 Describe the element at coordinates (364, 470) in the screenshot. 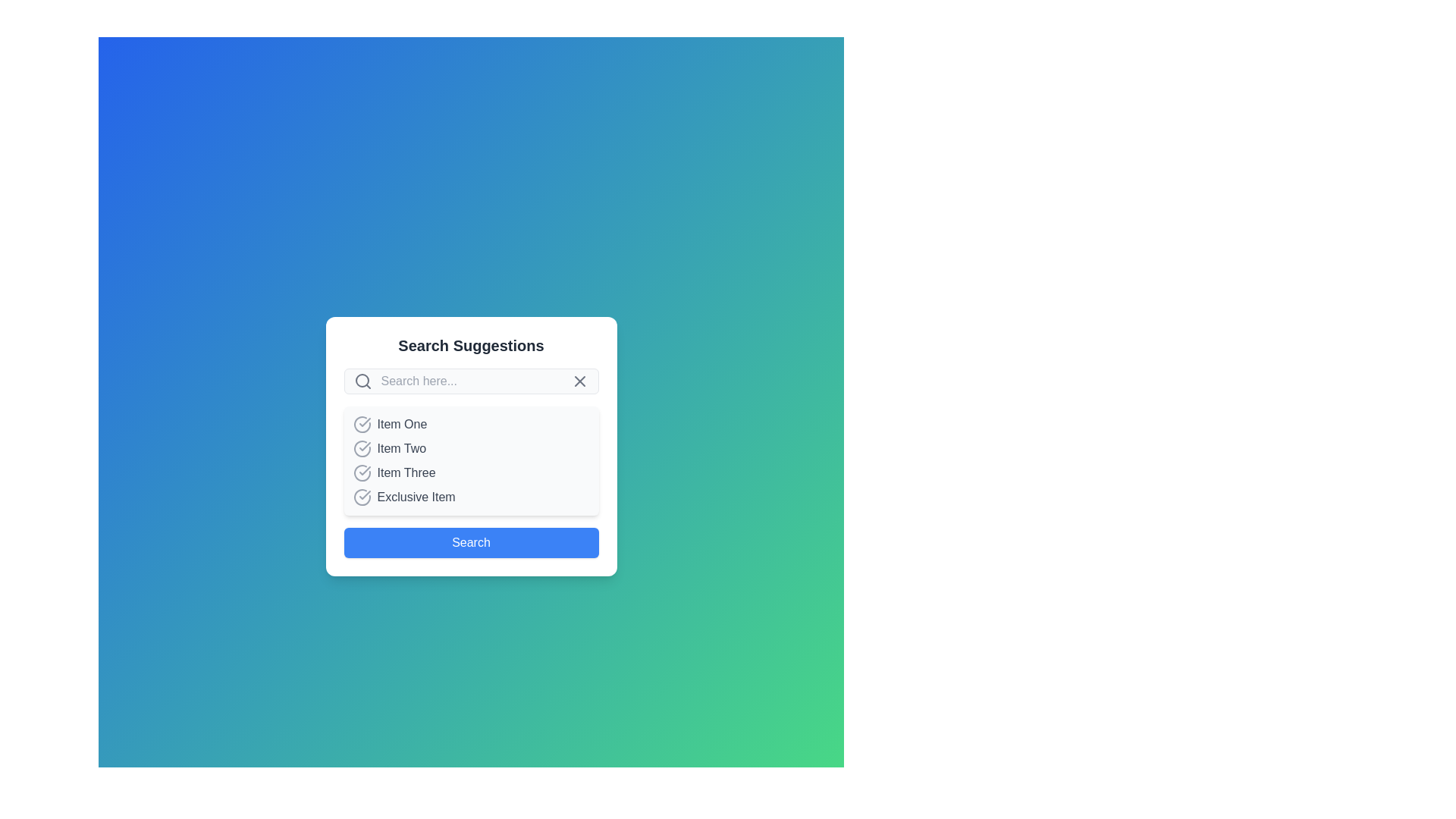

I see `the Checkmark icon indicating the confirmation of selection for 'Item Three' in the dropdown menu` at that location.